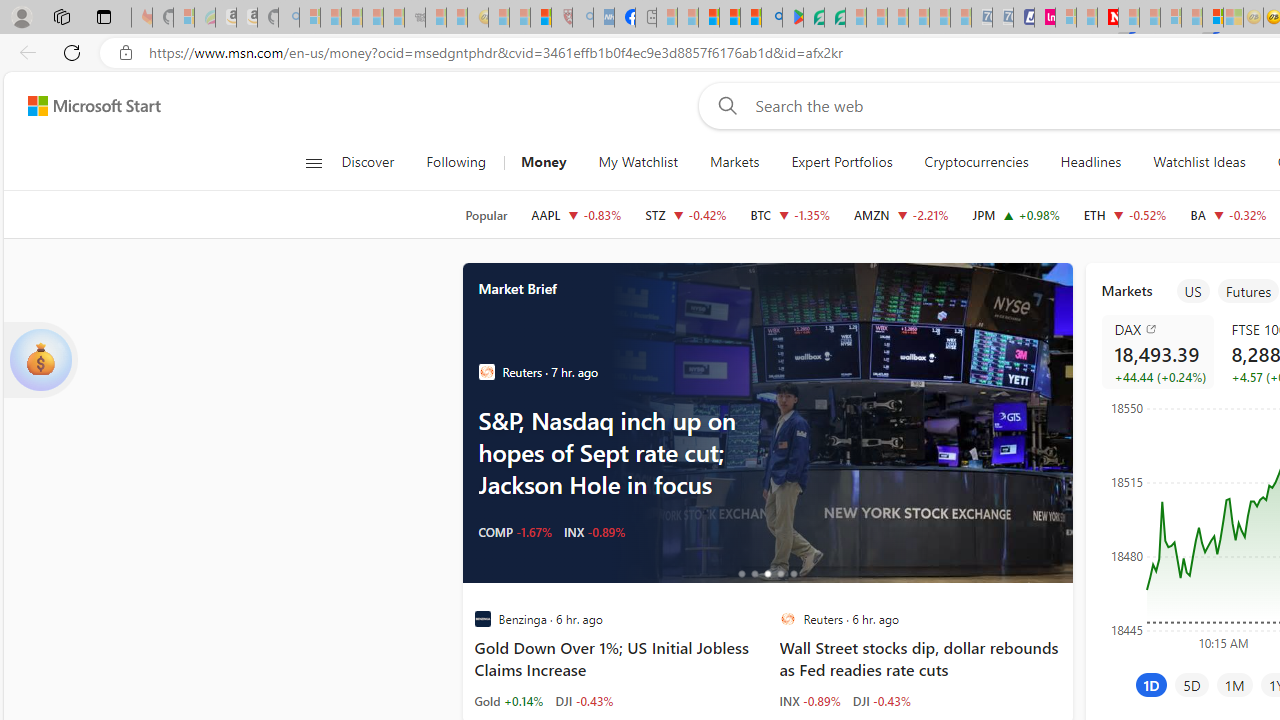 This screenshot has width=1280, height=720. I want to click on 'DAX DAX increase 18,493.39 +44.44 +0.24%', so click(1157, 351).